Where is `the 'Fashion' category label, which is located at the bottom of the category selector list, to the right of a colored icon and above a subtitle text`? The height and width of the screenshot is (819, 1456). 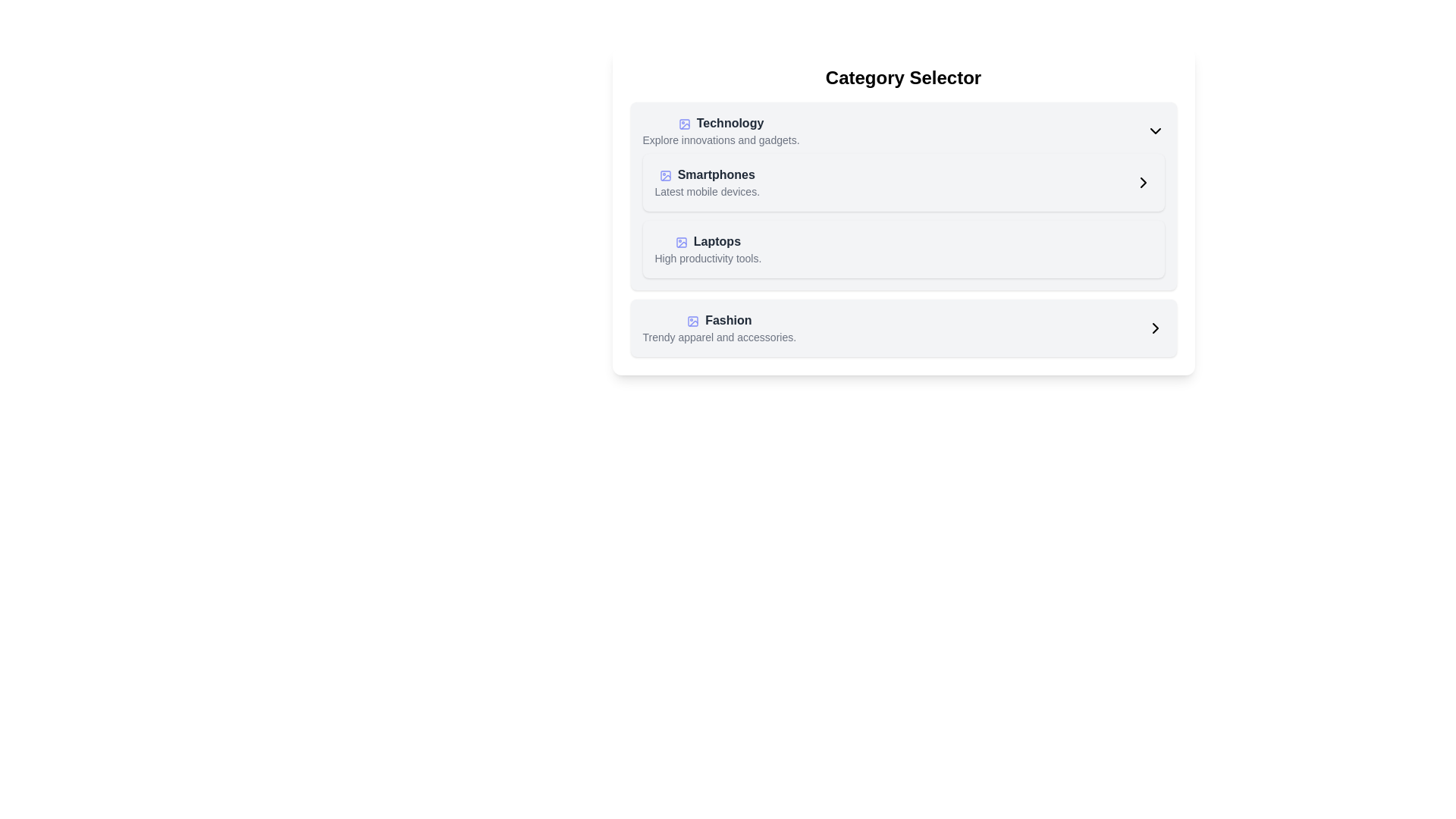
the 'Fashion' category label, which is located at the bottom of the category selector list, to the right of a colored icon and above a subtitle text is located at coordinates (728, 319).